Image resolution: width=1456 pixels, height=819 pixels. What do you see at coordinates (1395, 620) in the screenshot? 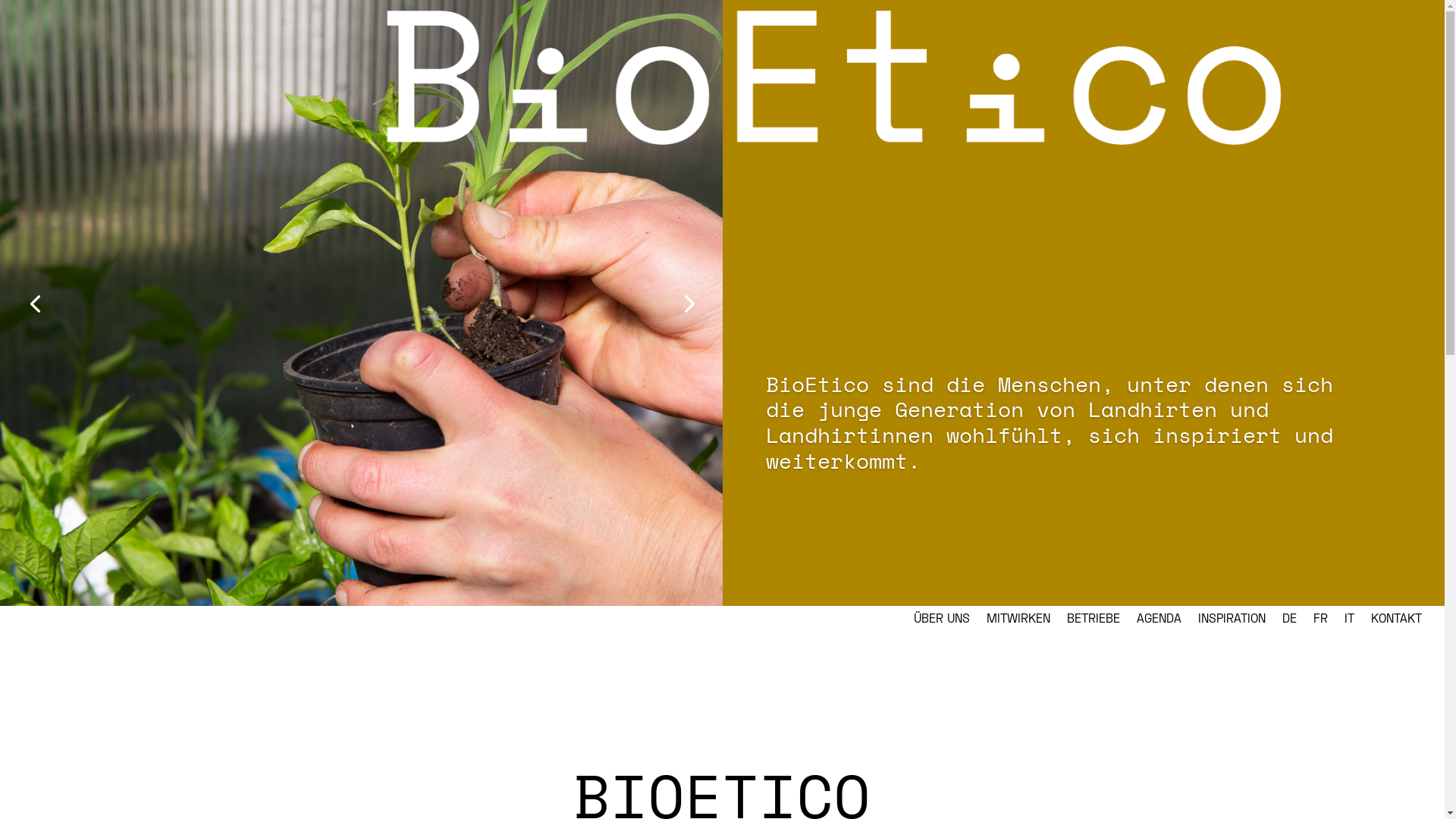
I see `'KONTAKT'` at bounding box center [1395, 620].